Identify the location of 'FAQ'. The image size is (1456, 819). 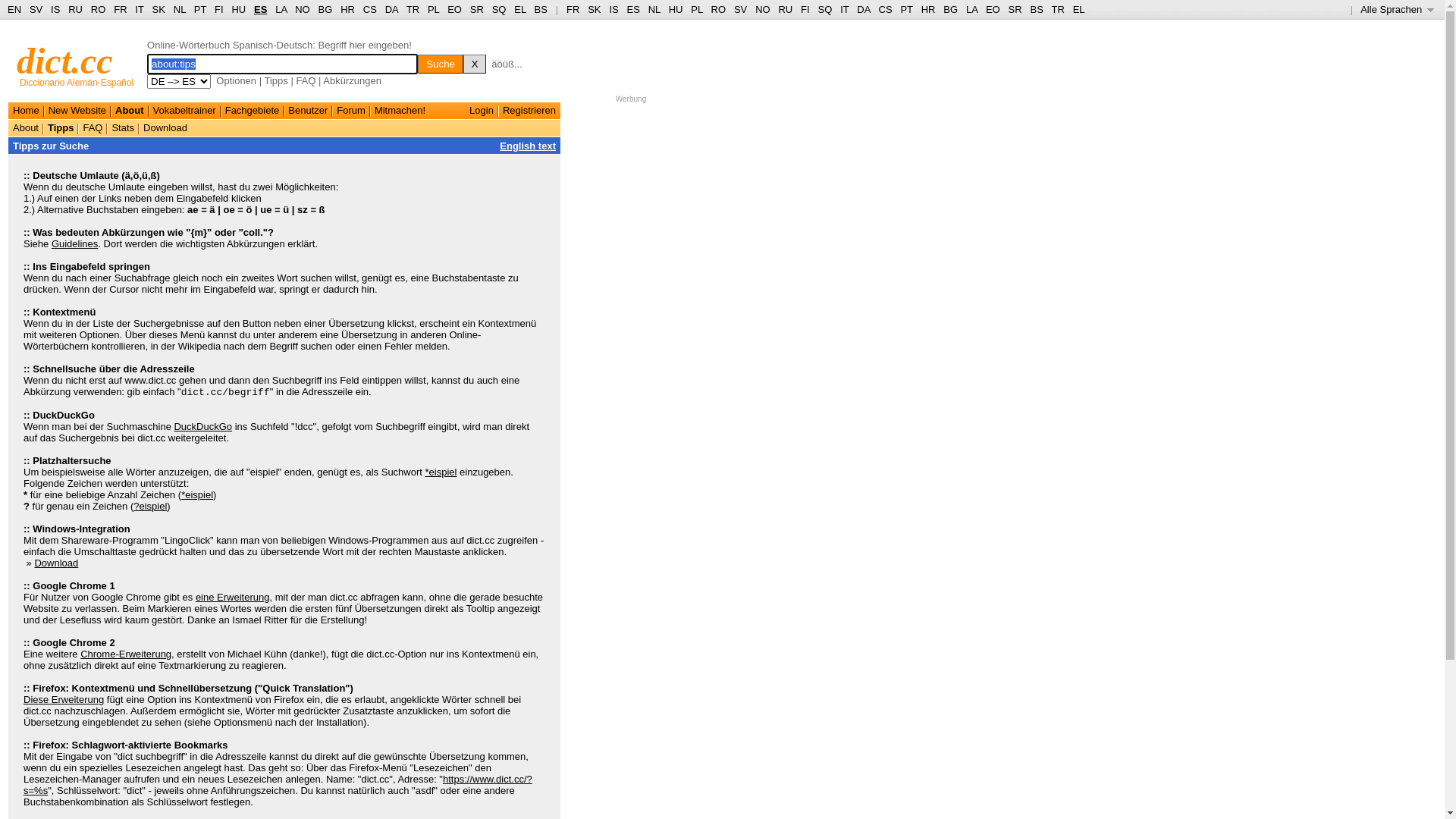
(91, 127).